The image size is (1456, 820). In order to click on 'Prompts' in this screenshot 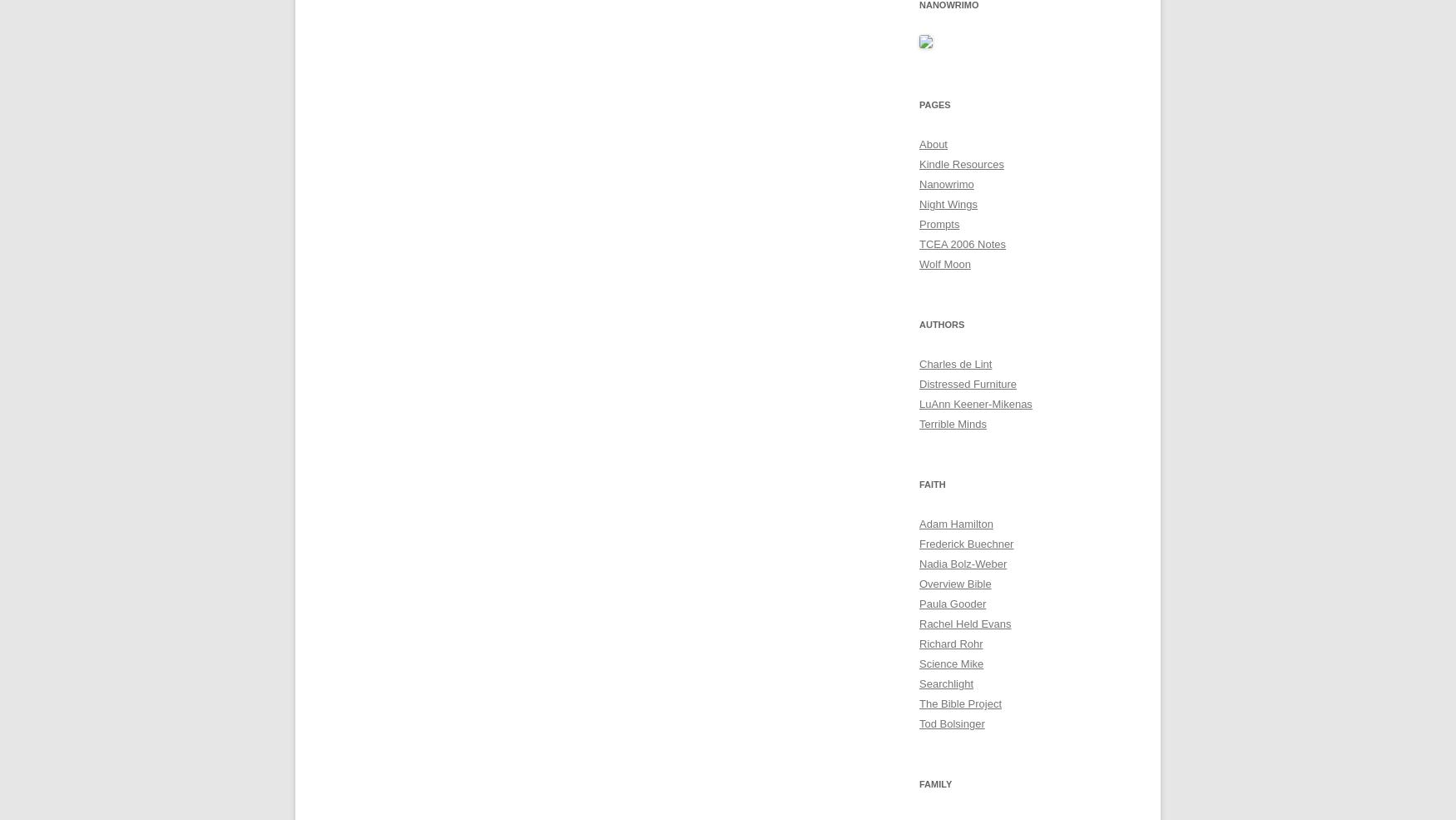, I will do `click(919, 223)`.